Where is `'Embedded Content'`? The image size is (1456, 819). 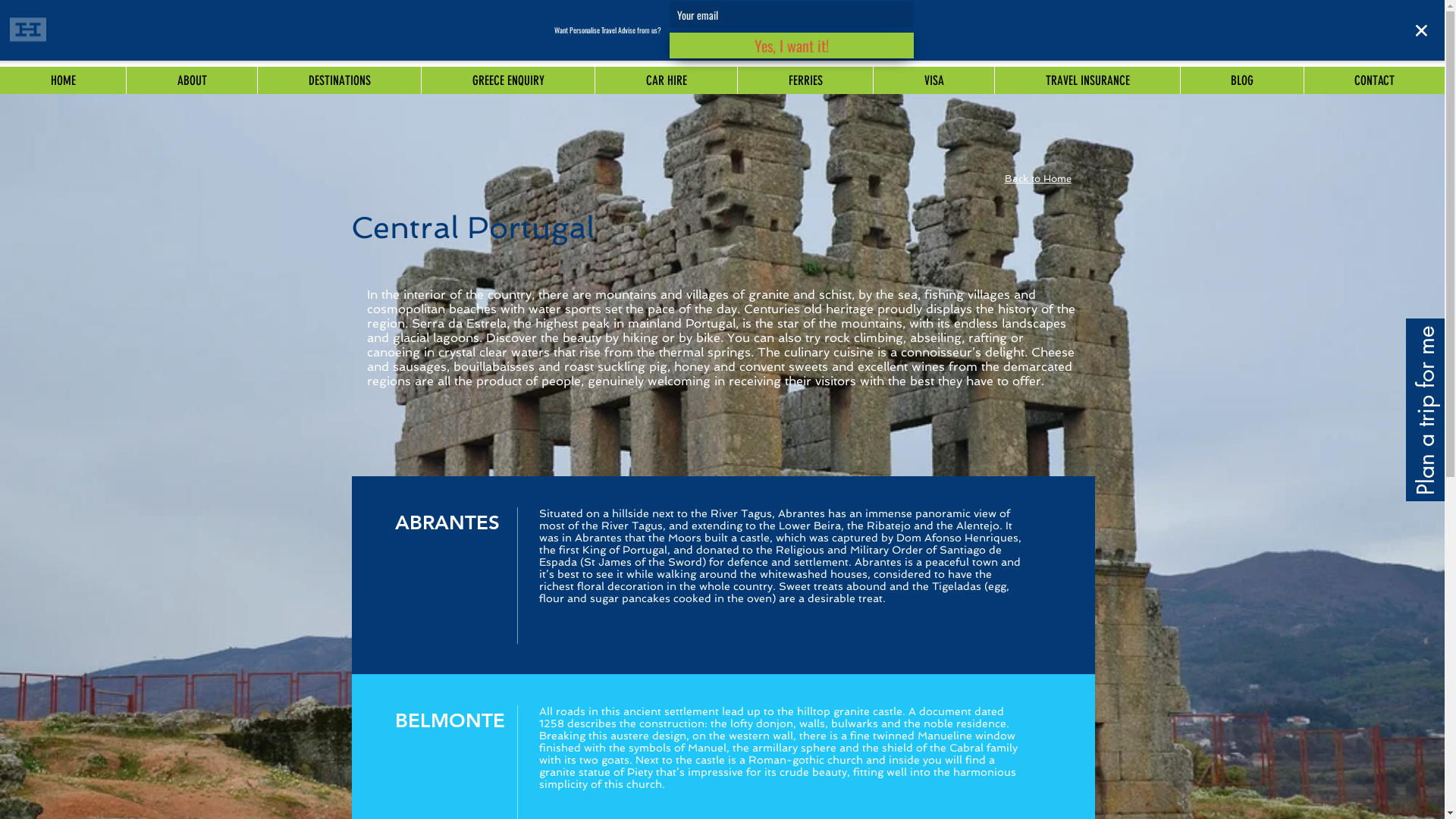
'Embedded Content' is located at coordinates (1383, 786).